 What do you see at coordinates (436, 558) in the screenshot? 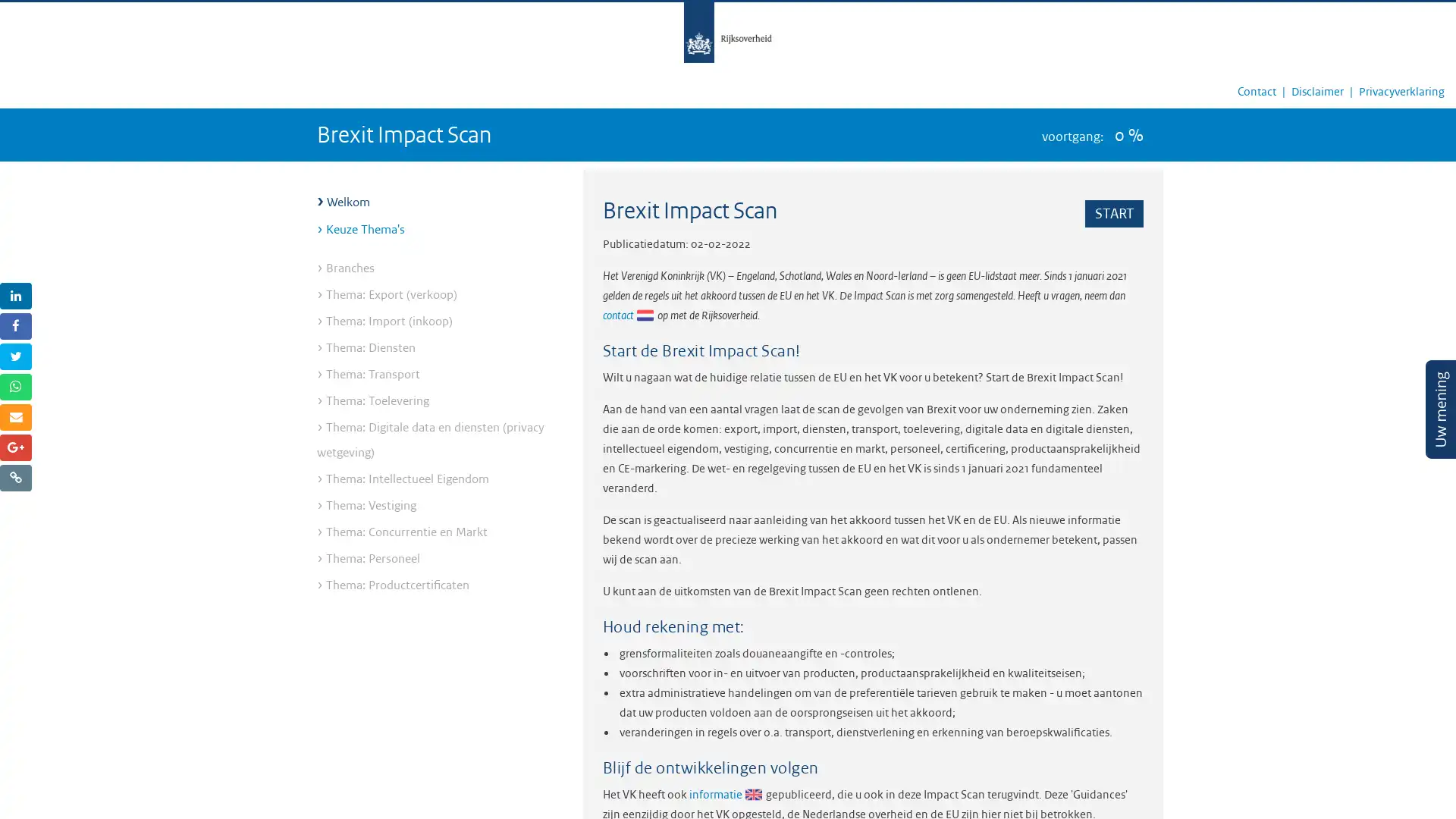
I see `Thema: Personeel` at bounding box center [436, 558].